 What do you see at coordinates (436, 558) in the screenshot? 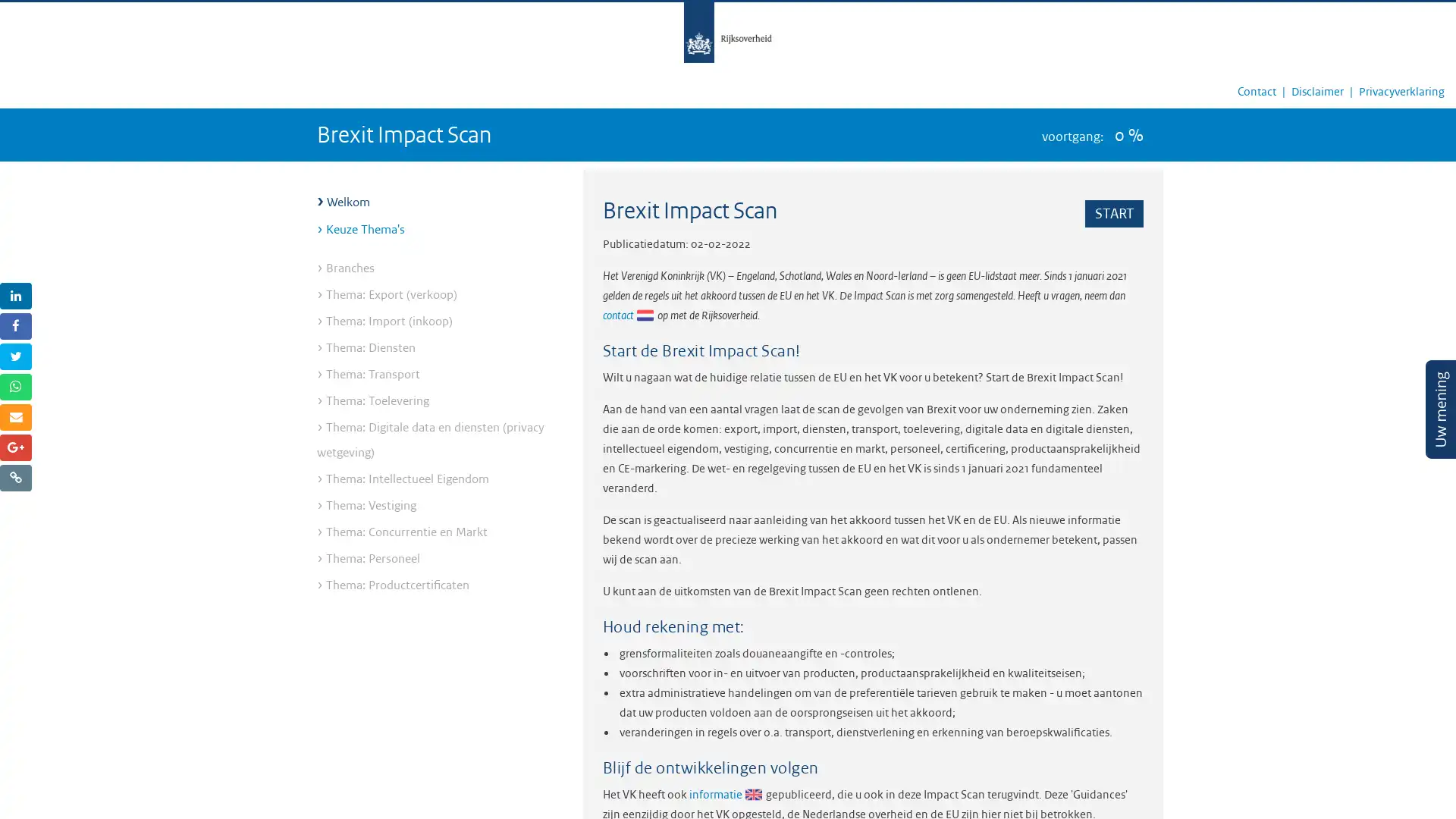
I see `Thema: Personeel` at bounding box center [436, 558].